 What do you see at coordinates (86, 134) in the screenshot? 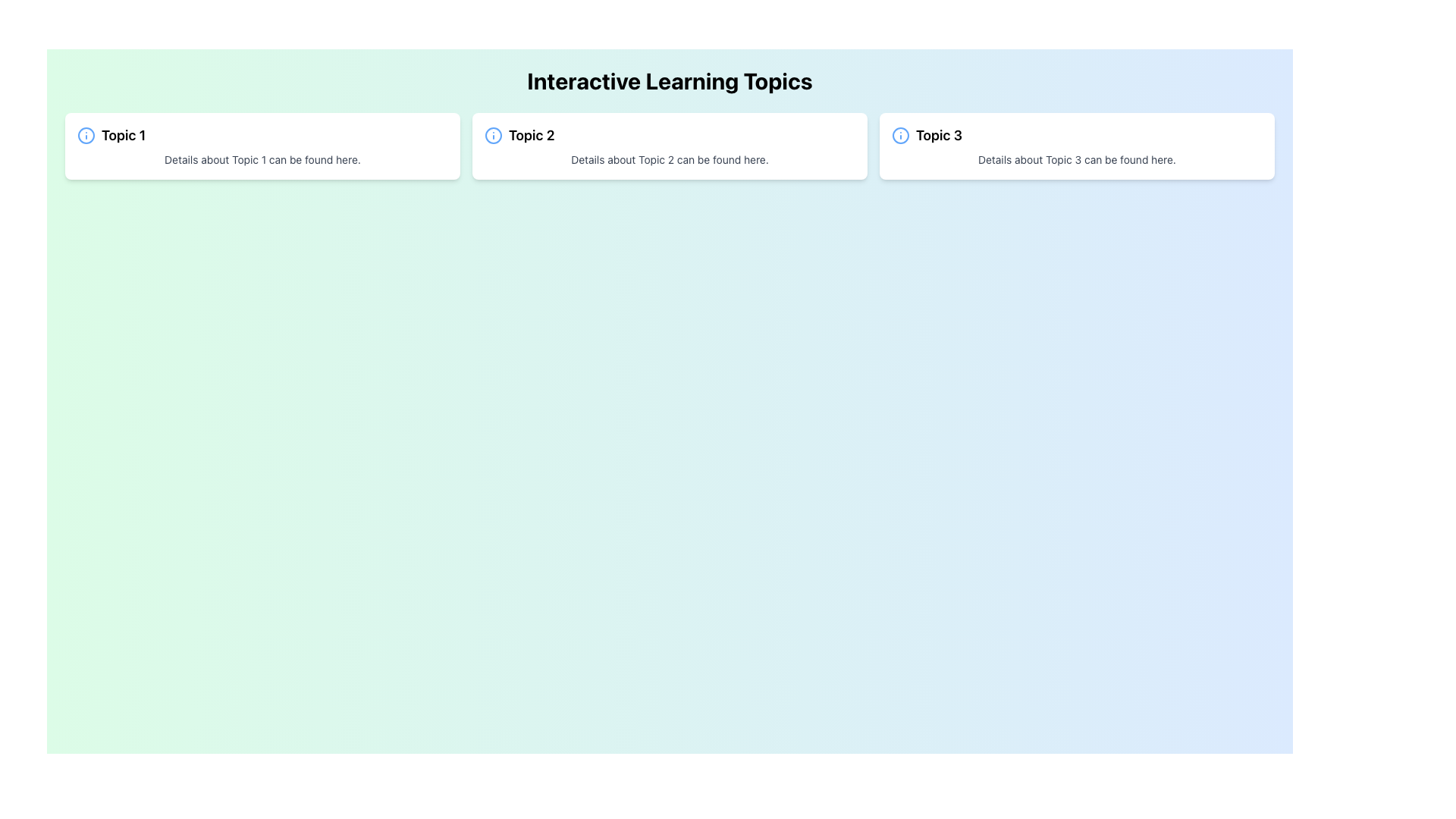
I see `the informational icon located to the left of the text label 'Topic 1' within the first card` at bounding box center [86, 134].